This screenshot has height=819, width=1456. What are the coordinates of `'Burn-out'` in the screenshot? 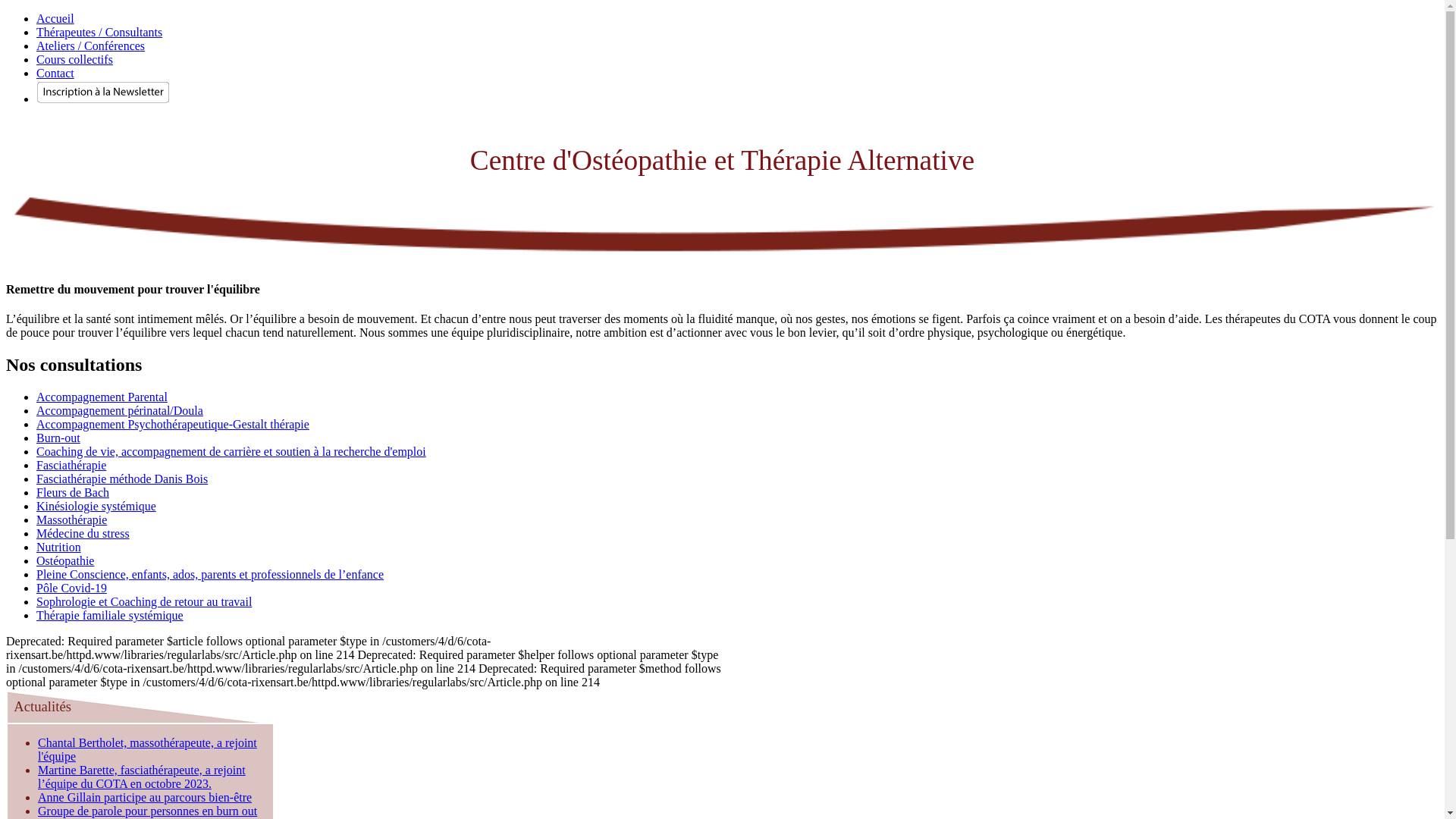 It's located at (58, 438).